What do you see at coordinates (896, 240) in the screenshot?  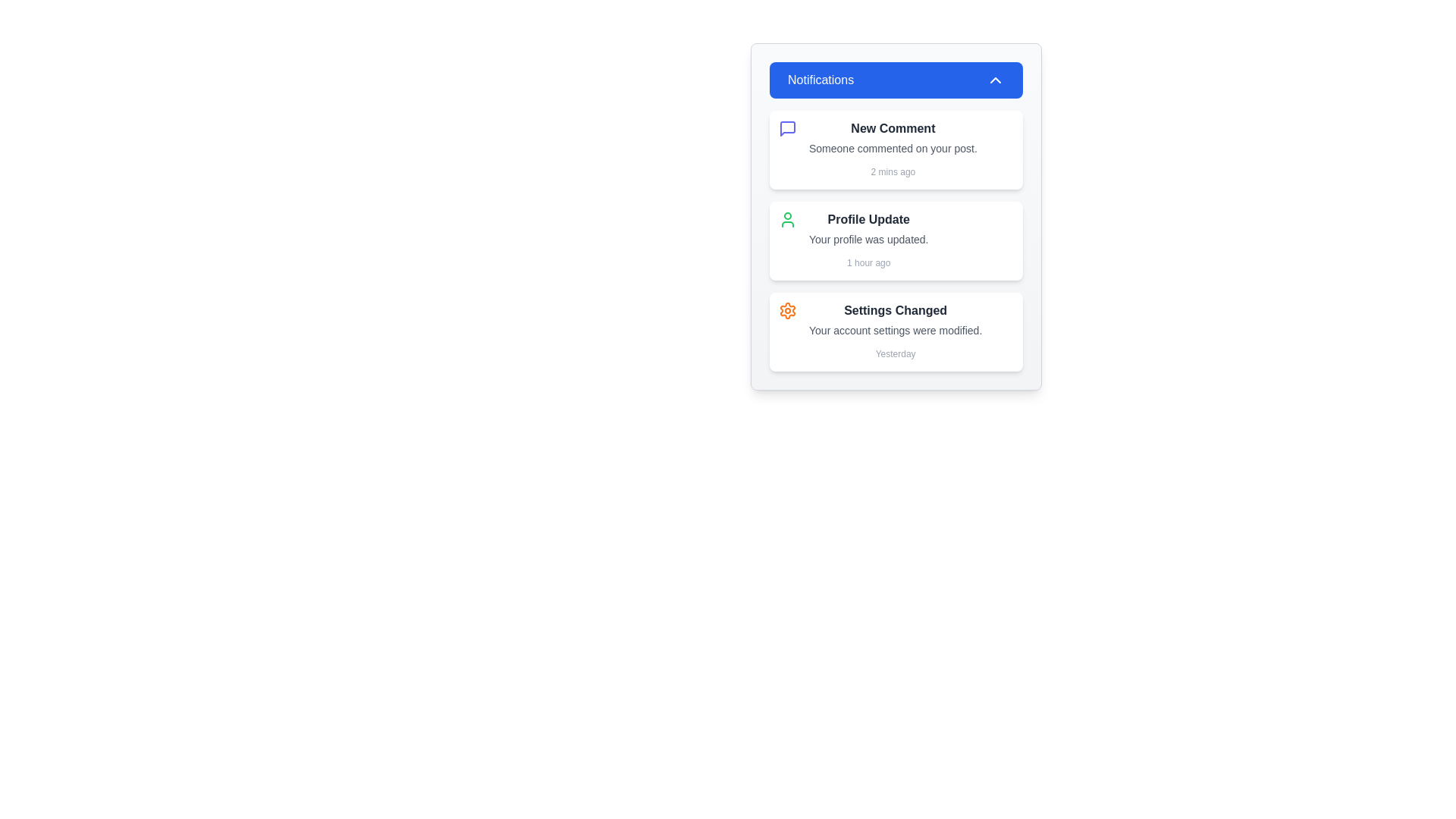 I see `the notification card that informs about a profile update, which is the second of three cards in the notification list` at bounding box center [896, 240].